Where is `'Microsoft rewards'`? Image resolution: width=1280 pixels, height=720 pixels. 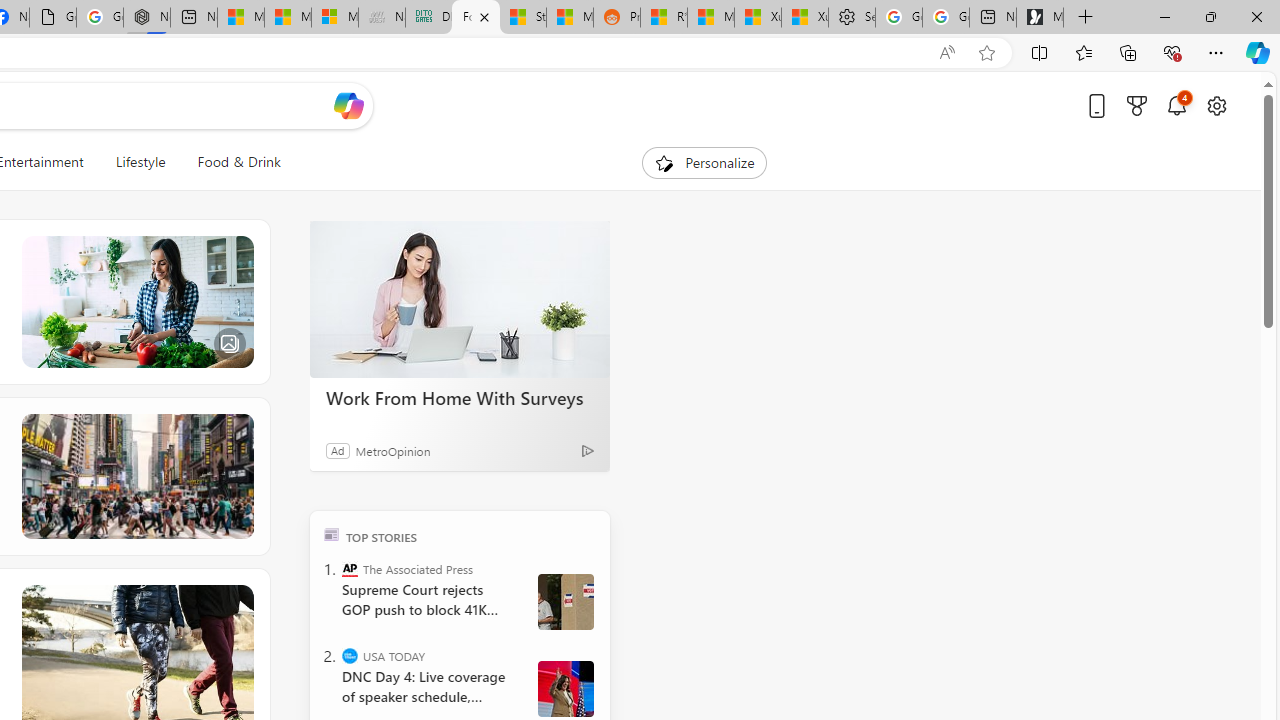
'Microsoft rewards' is located at coordinates (1137, 105).